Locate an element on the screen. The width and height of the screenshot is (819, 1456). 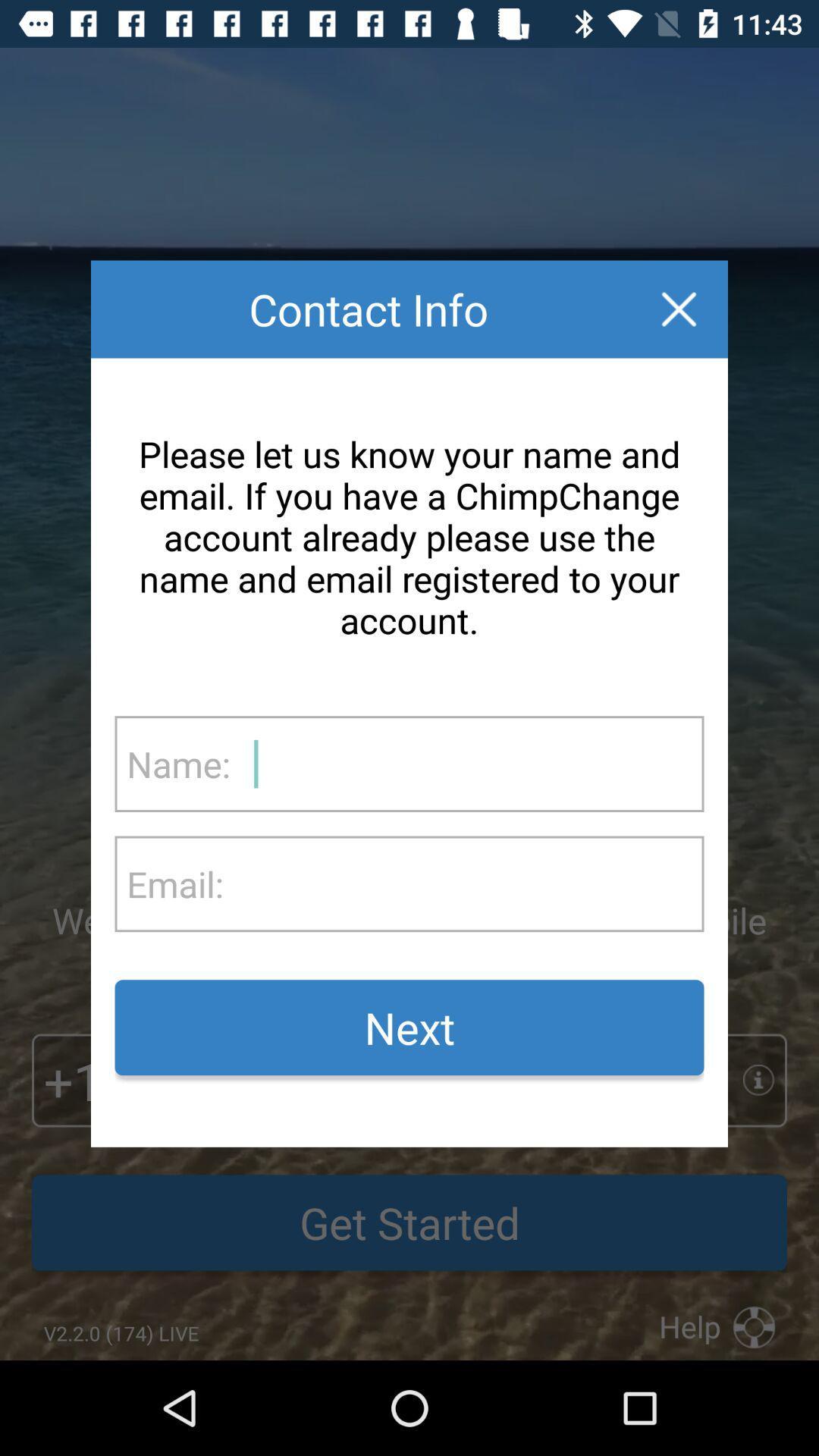
next icon is located at coordinates (409, 1028).